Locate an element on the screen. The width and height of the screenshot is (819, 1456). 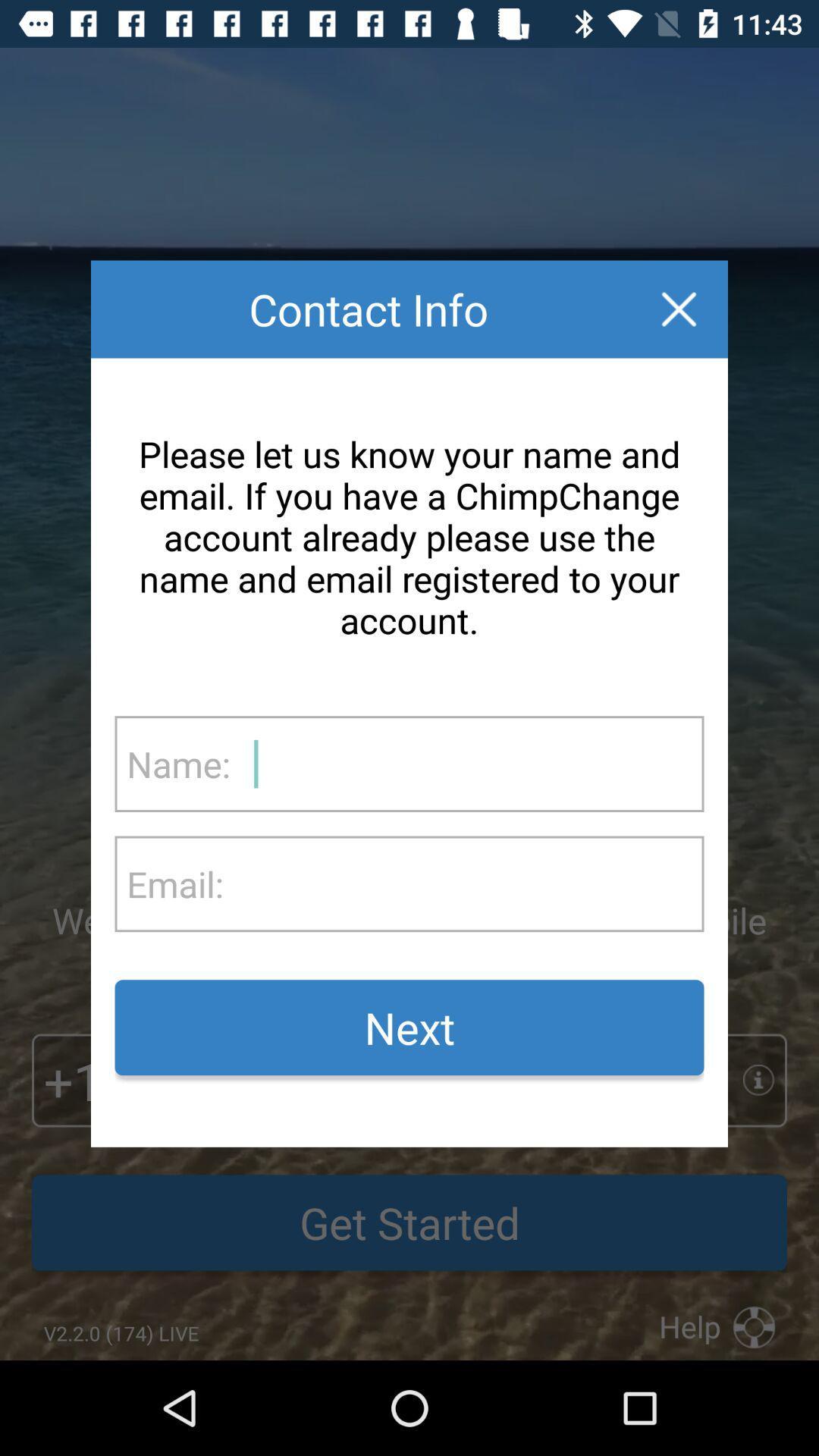
next icon is located at coordinates (409, 1028).